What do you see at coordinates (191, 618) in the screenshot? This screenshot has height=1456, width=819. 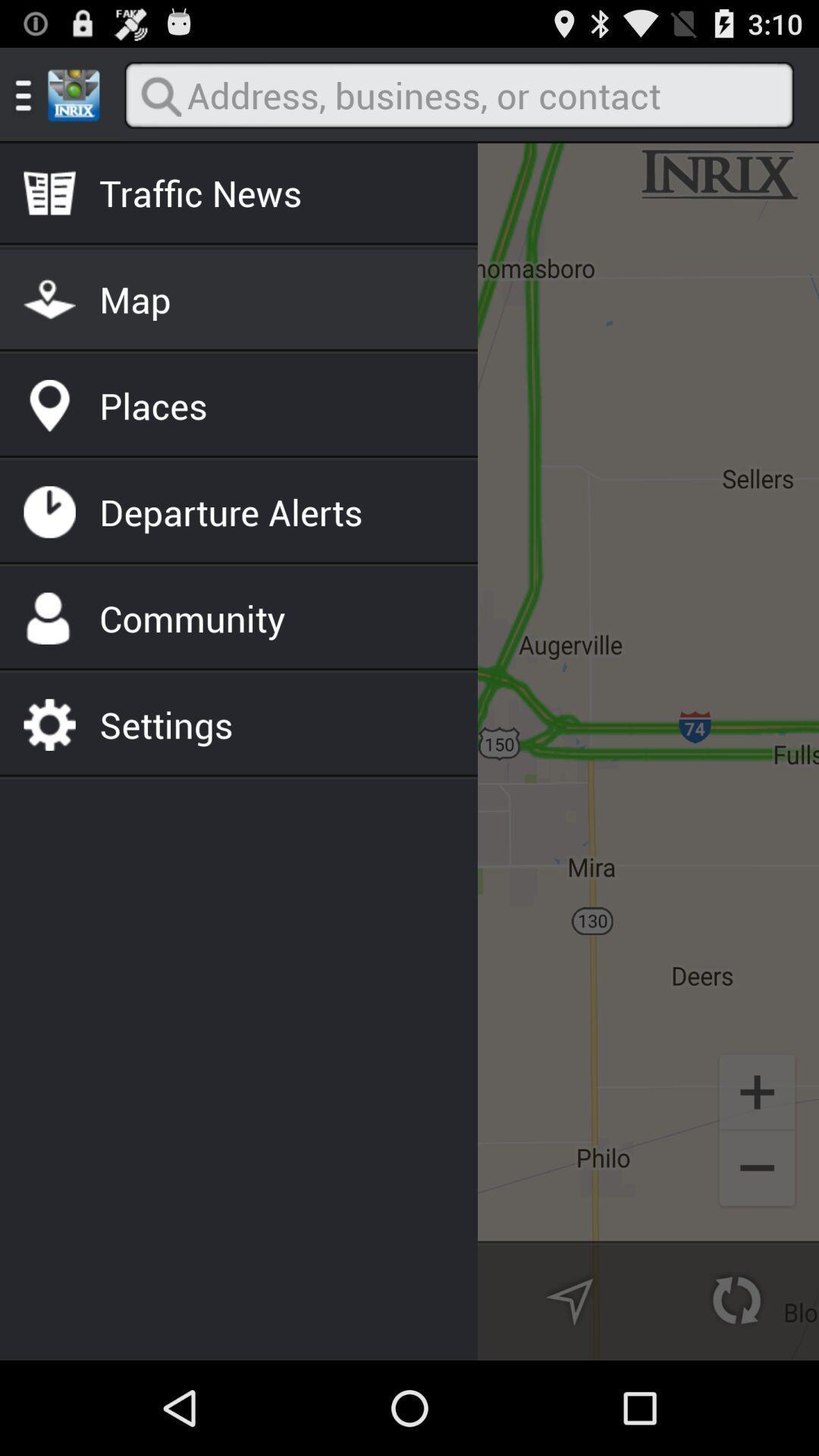 I see `community` at bounding box center [191, 618].